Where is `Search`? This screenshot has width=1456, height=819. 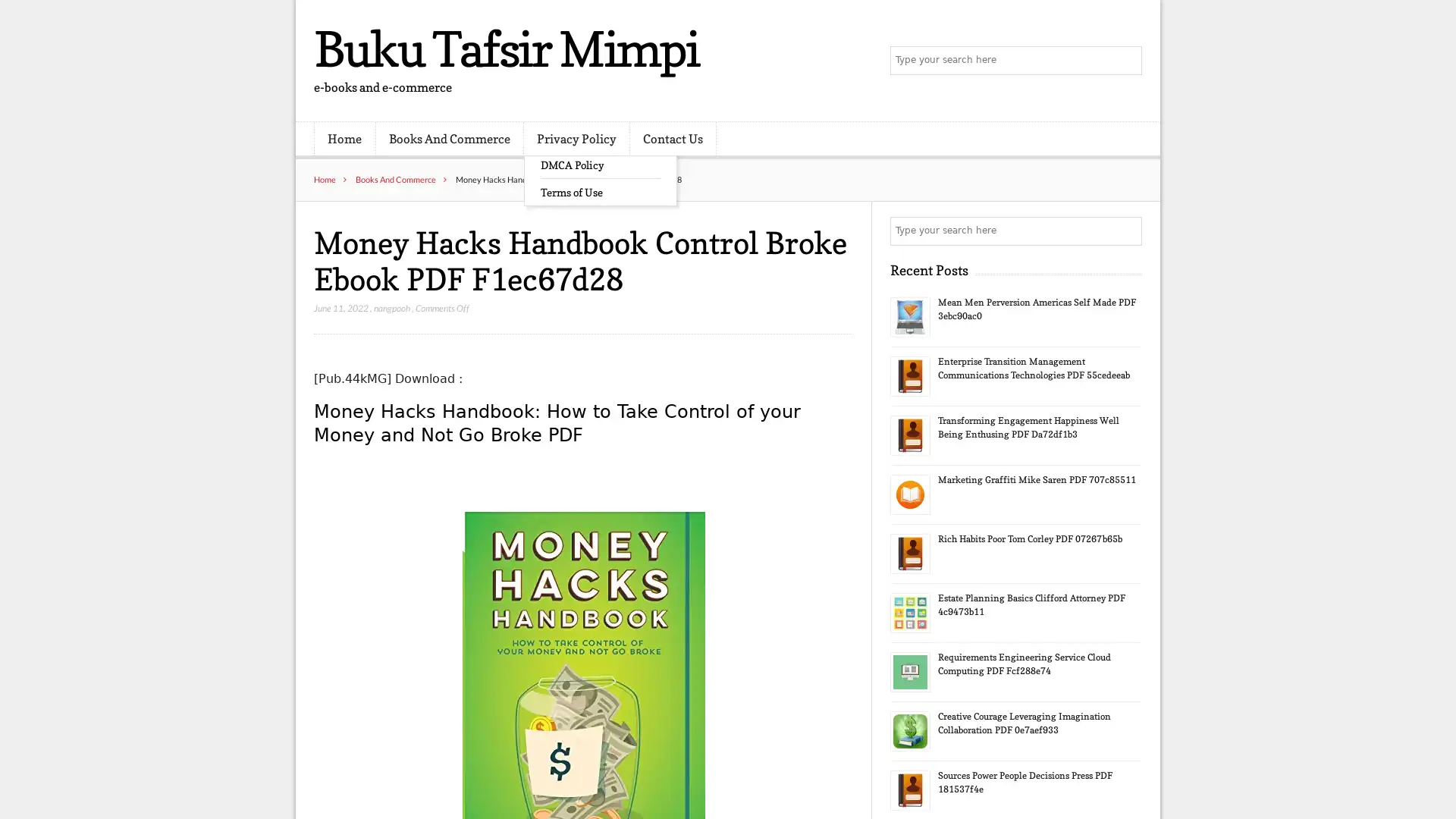
Search is located at coordinates (1126, 231).